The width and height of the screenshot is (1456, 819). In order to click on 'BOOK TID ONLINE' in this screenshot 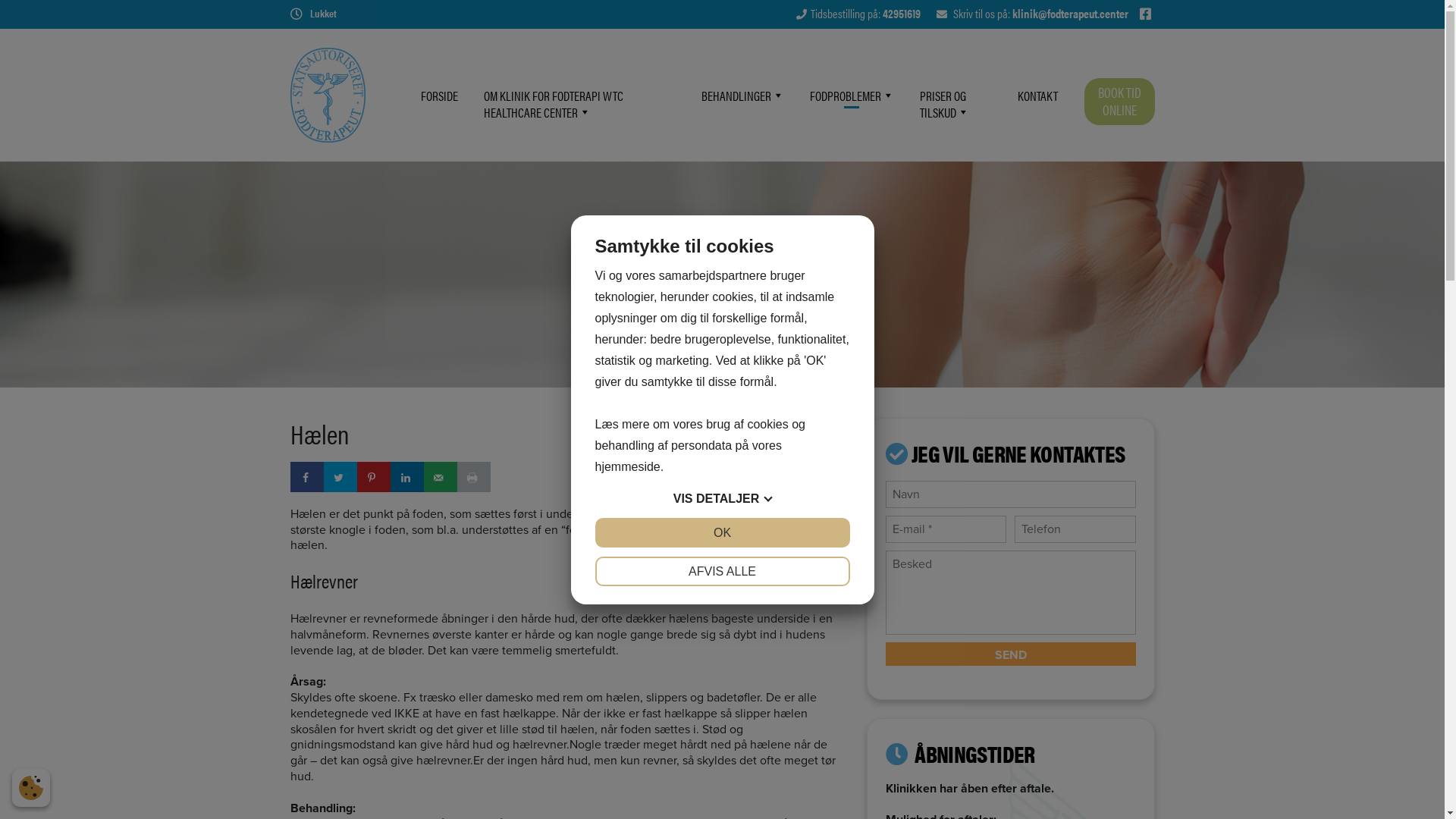, I will do `click(1084, 102)`.